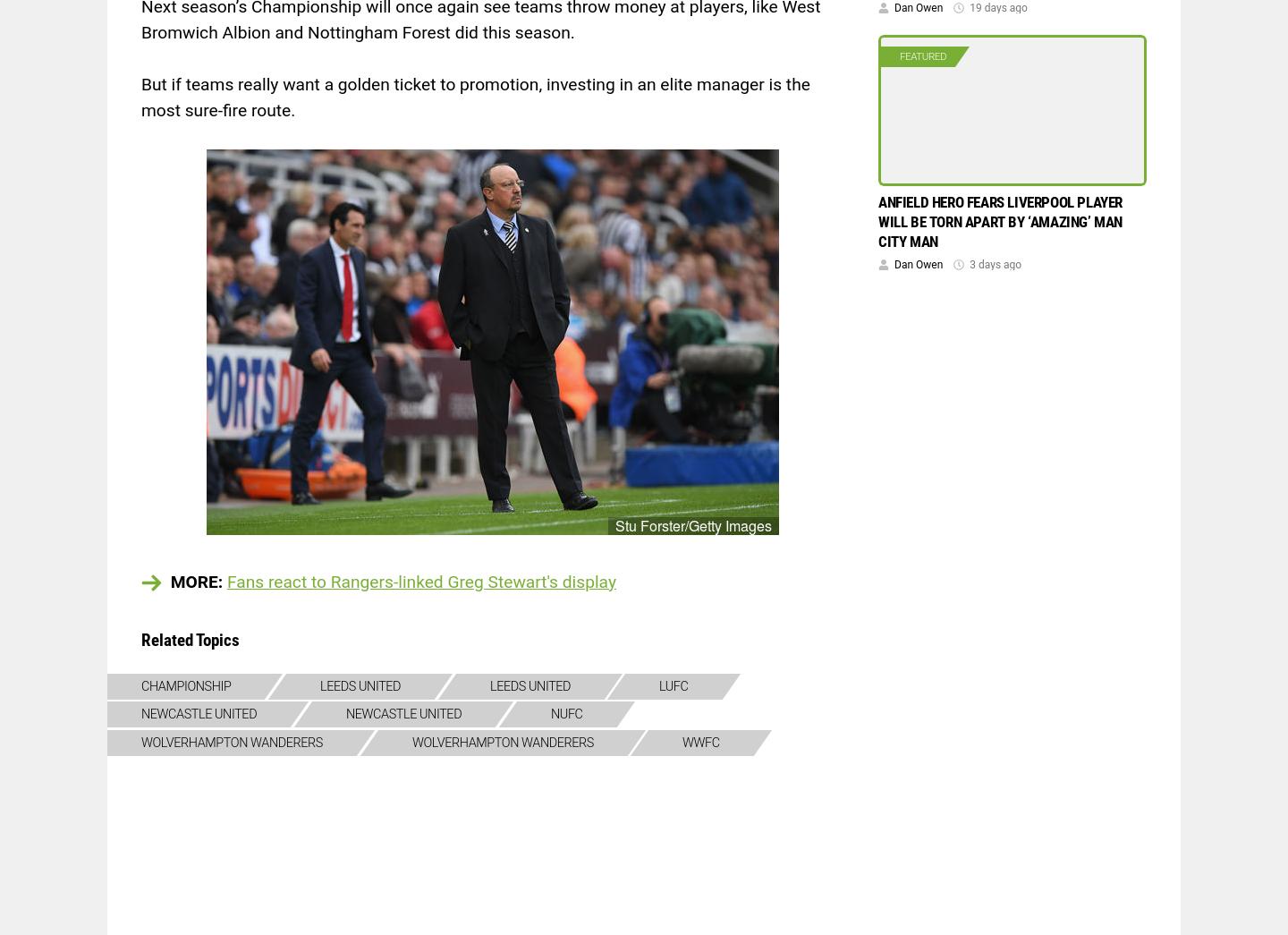 This screenshot has width=1288, height=935. I want to click on 'Newcastle United', so click(402, 714).